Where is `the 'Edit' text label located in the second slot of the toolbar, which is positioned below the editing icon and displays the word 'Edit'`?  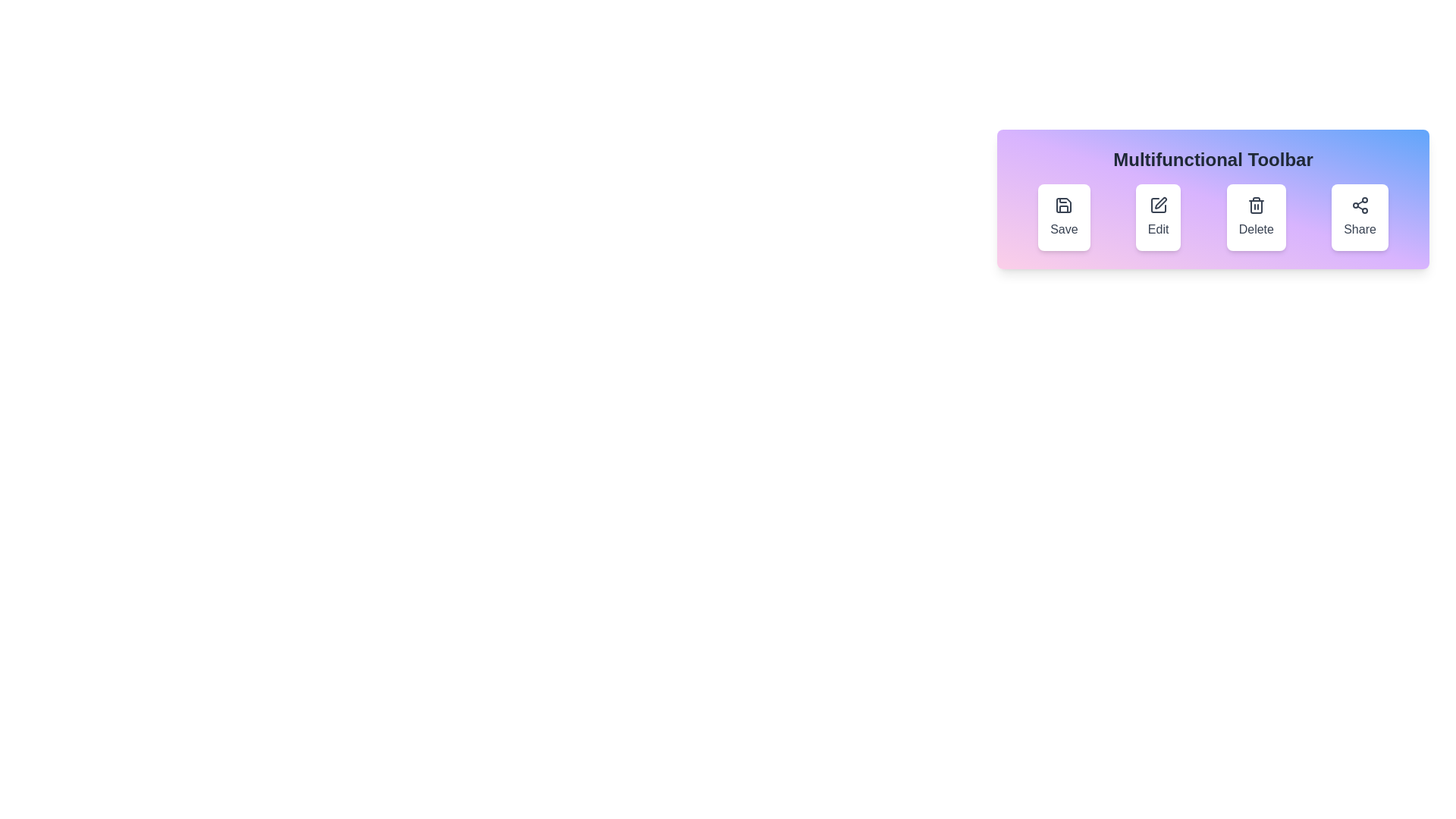 the 'Edit' text label located in the second slot of the toolbar, which is positioned below the editing icon and displays the word 'Edit' is located at coordinates (1157, 230).